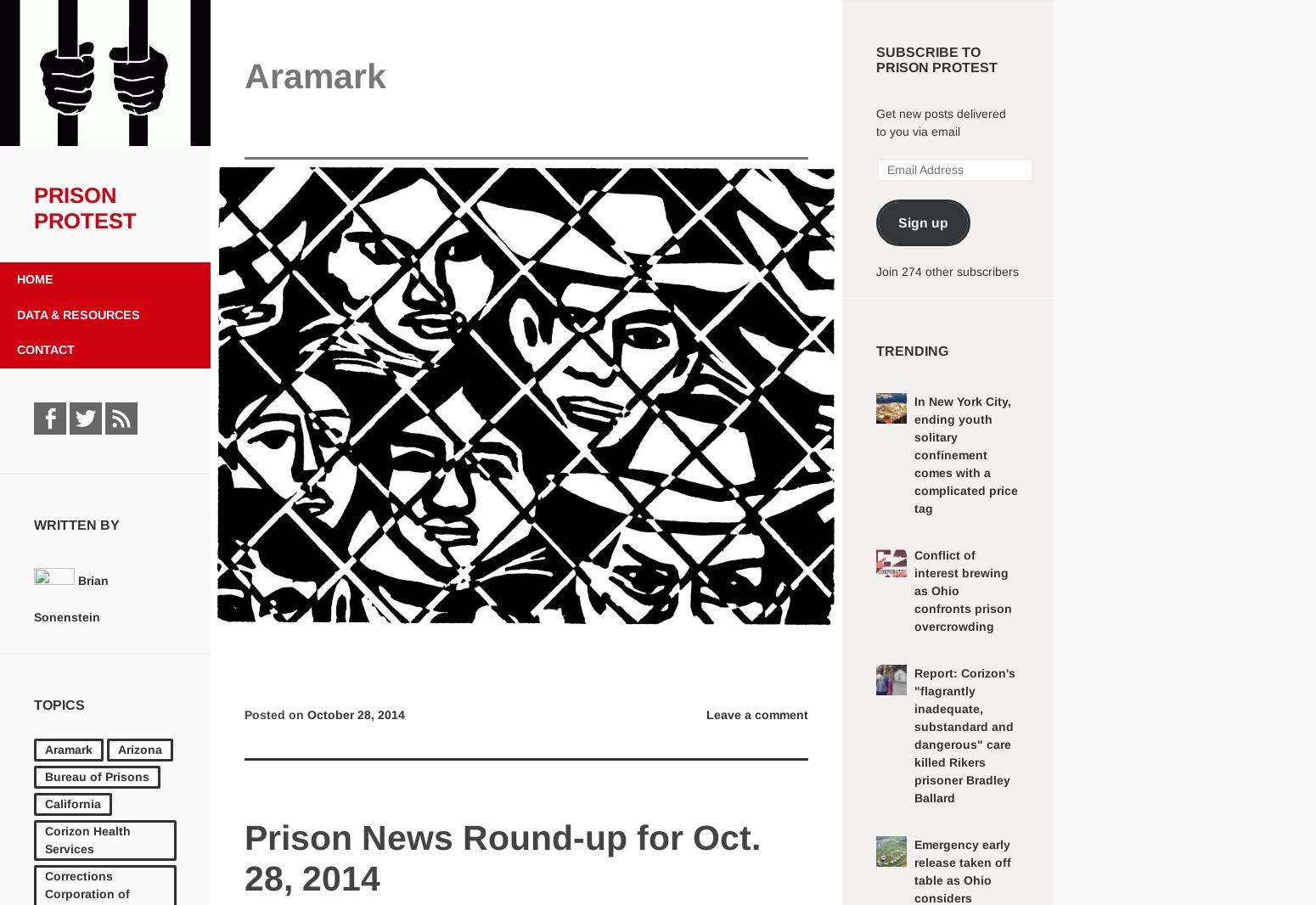 The height and width of the screenshot is (905, 1316). What do you see at coordinates (940, 121) in the screenshot?
I see `'Get new posts delivered to you via email'` at bounding box center [940, 121].